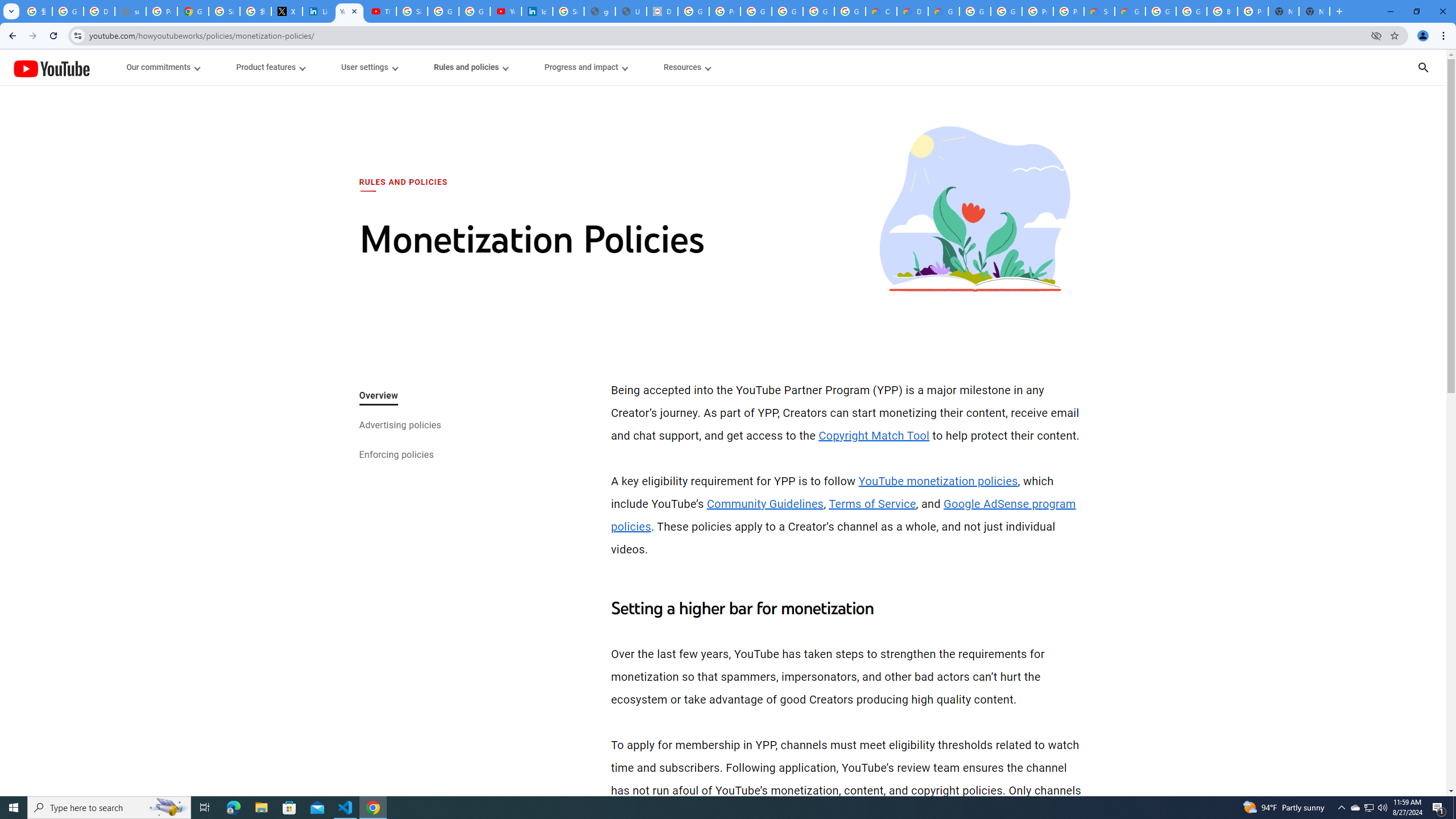  Describe the element at coordinates (287, 11) in the screenshot. I see `'X'` at that location.